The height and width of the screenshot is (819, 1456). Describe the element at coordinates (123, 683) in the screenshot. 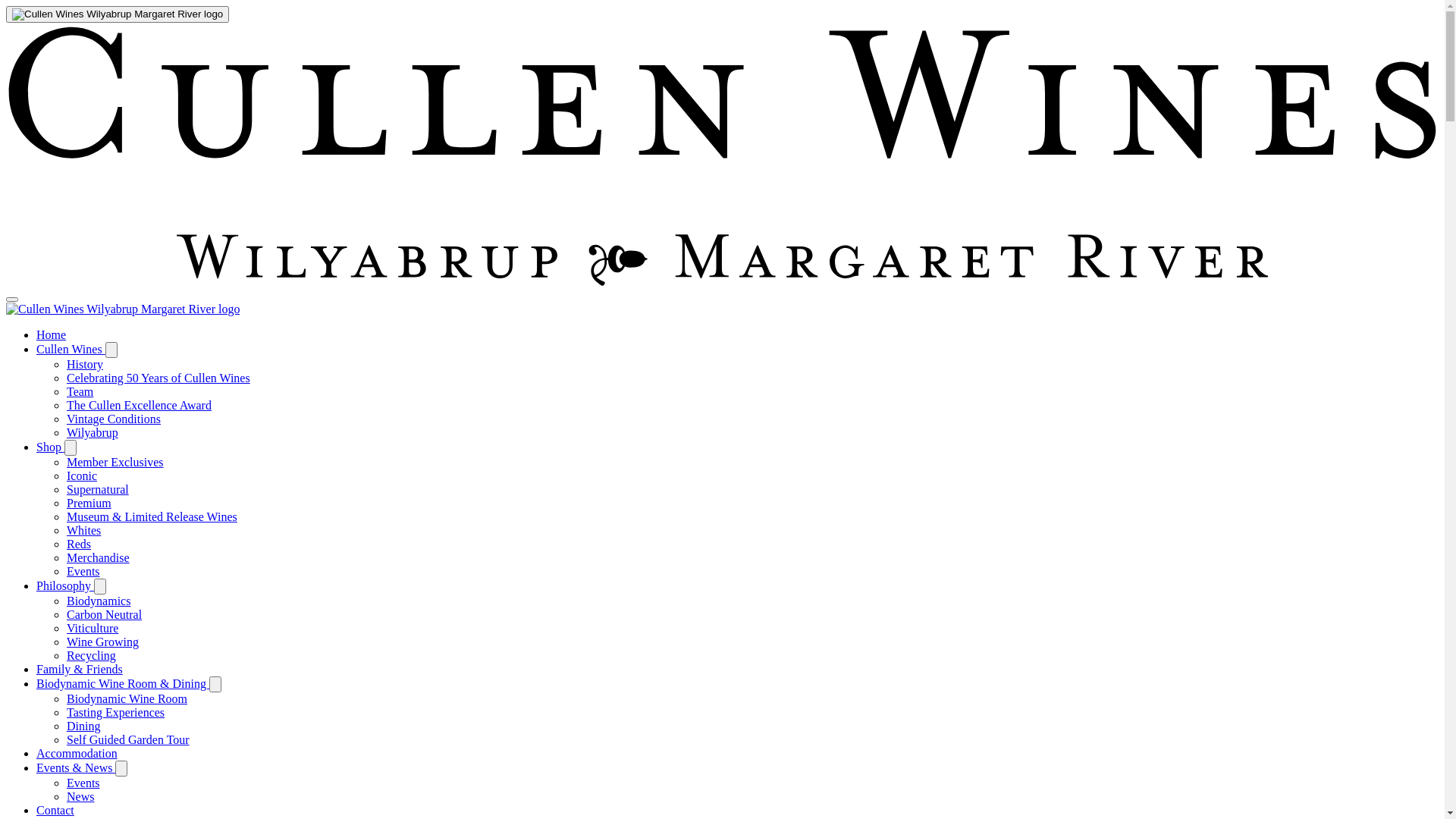

I see `'Biodynamic Wine Room & Dining'` at that location.